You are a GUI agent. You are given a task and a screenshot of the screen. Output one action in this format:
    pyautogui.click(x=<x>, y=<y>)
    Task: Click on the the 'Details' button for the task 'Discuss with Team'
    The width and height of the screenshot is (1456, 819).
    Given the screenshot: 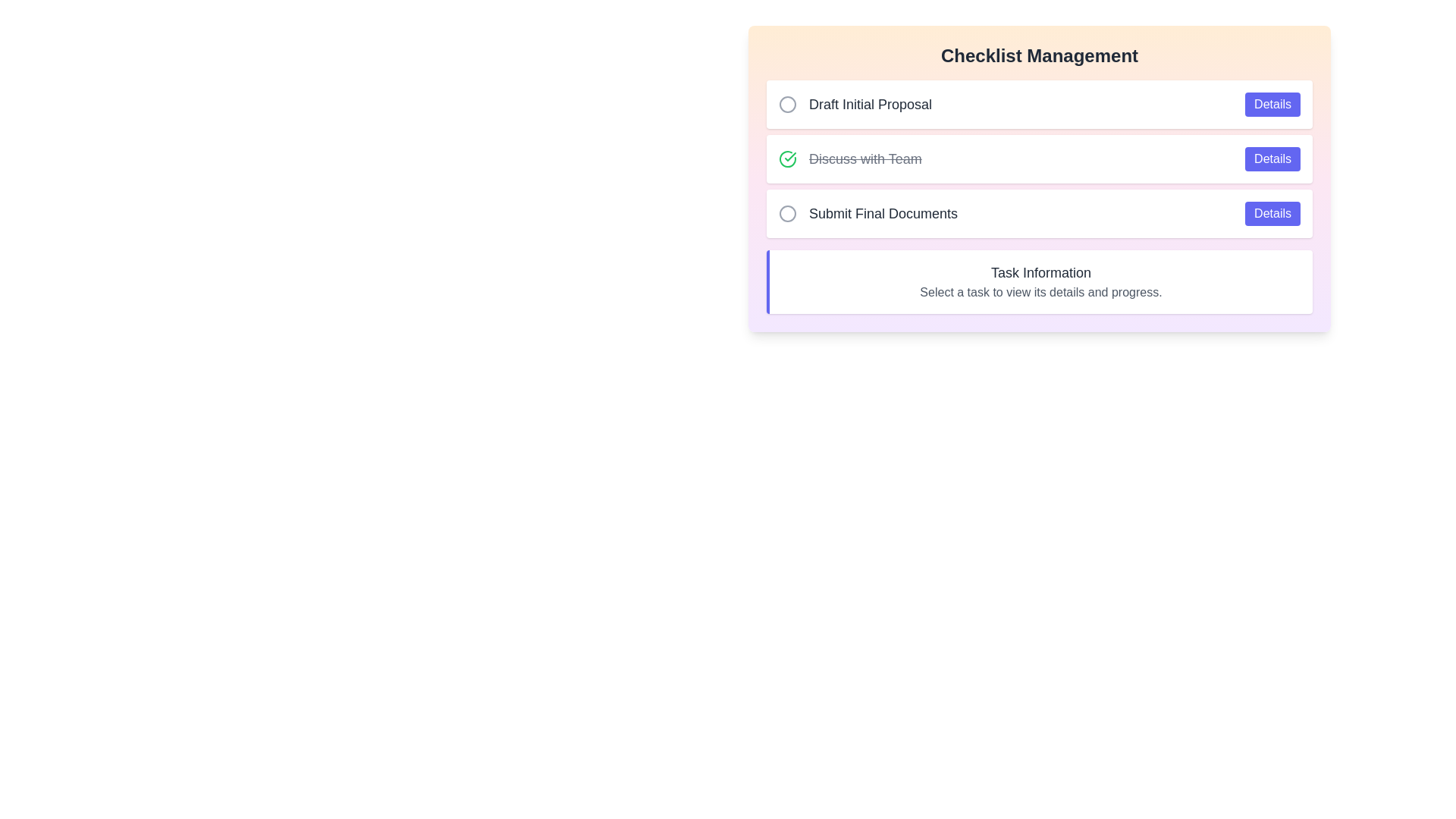 What is the action you would take?
    pyautogui.click(x=1272, y=158)
    